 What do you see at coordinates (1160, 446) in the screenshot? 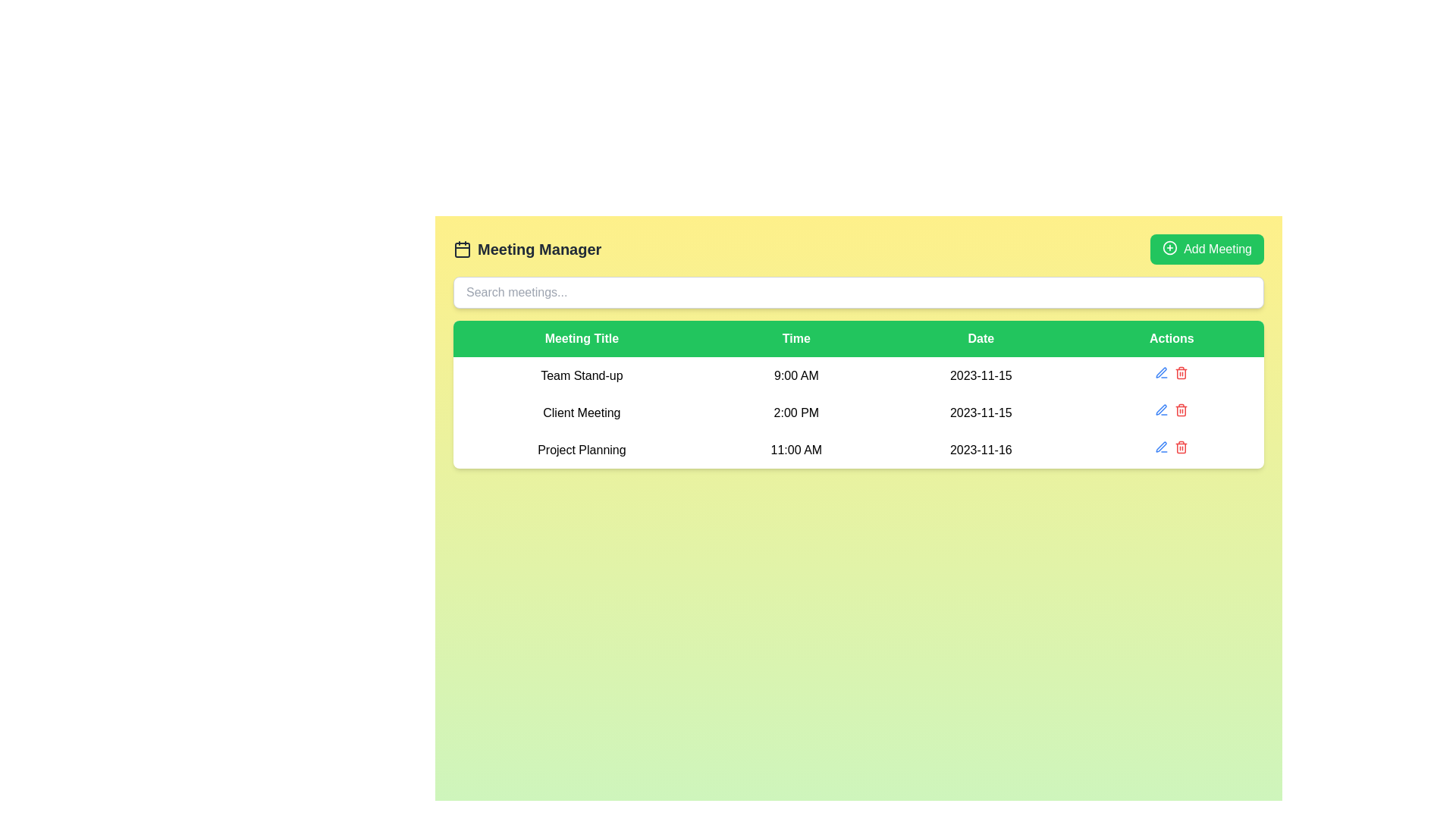
I see `the pen icon located in the 'Actions' column of the third row in the table` at bounding box center [1160, 446].